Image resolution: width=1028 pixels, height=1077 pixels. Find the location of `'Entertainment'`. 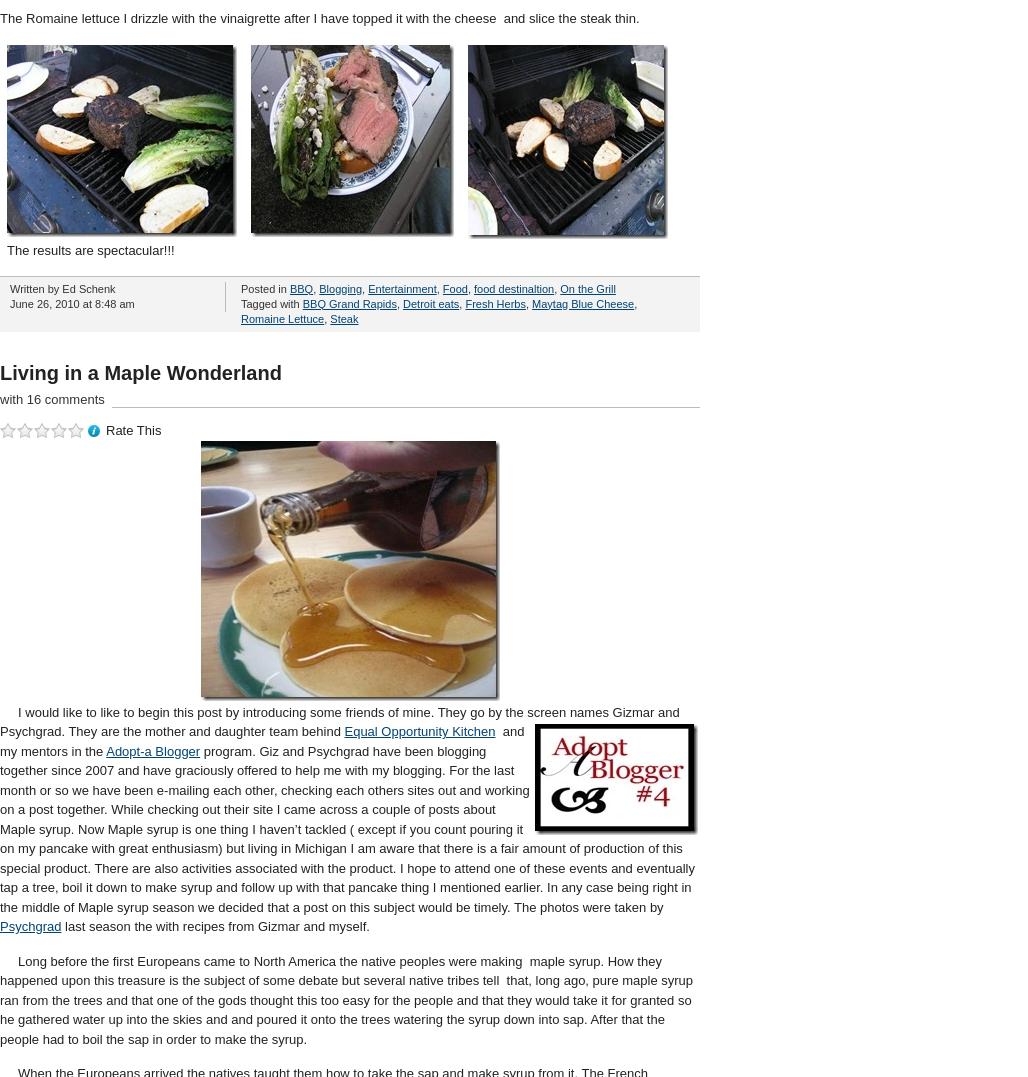

'Entertainment' is located at coordinates (402, 286).